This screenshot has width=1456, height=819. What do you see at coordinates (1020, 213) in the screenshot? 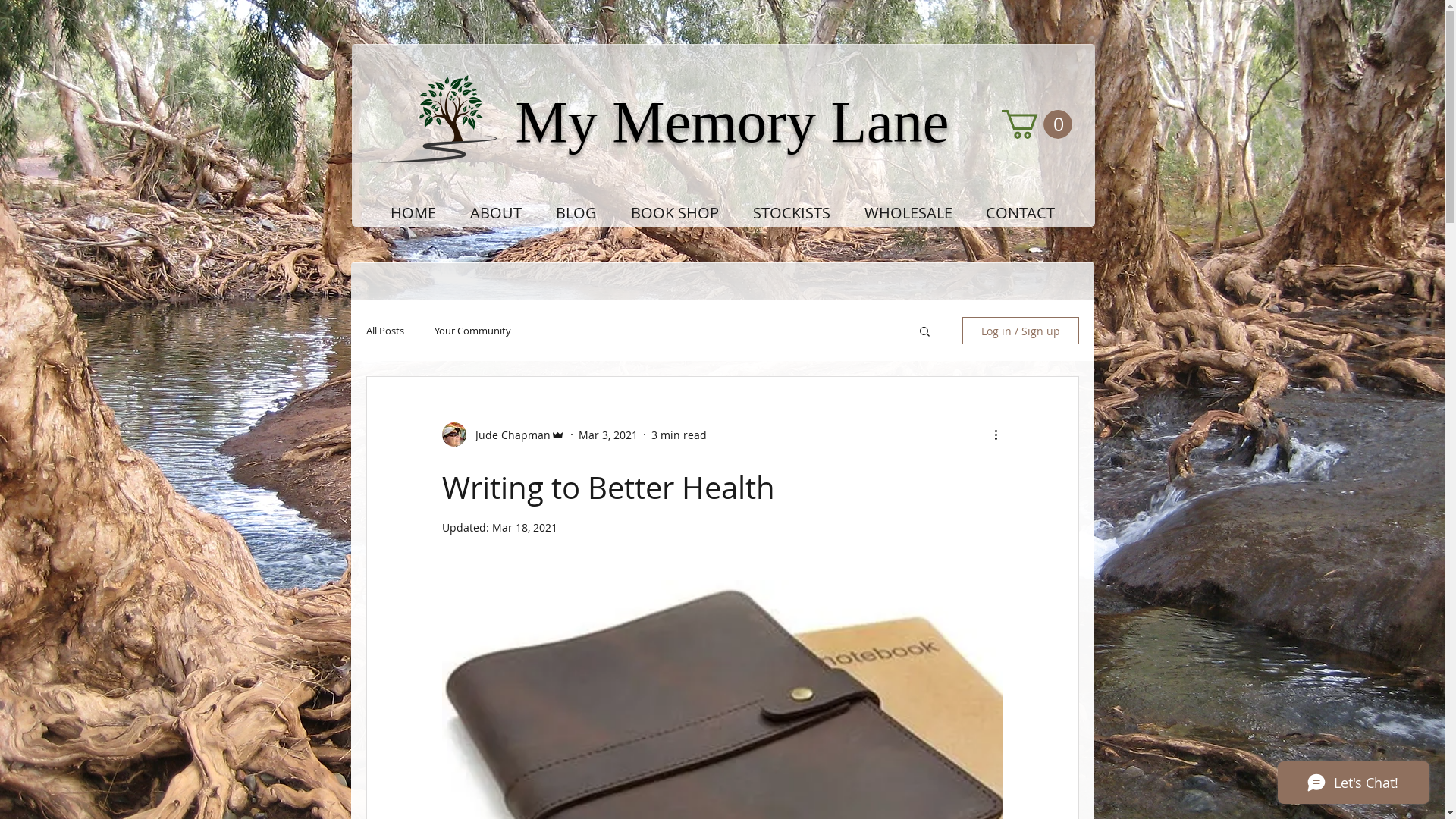
I see `'CONTACT'` at bounding box center [1020, 213].